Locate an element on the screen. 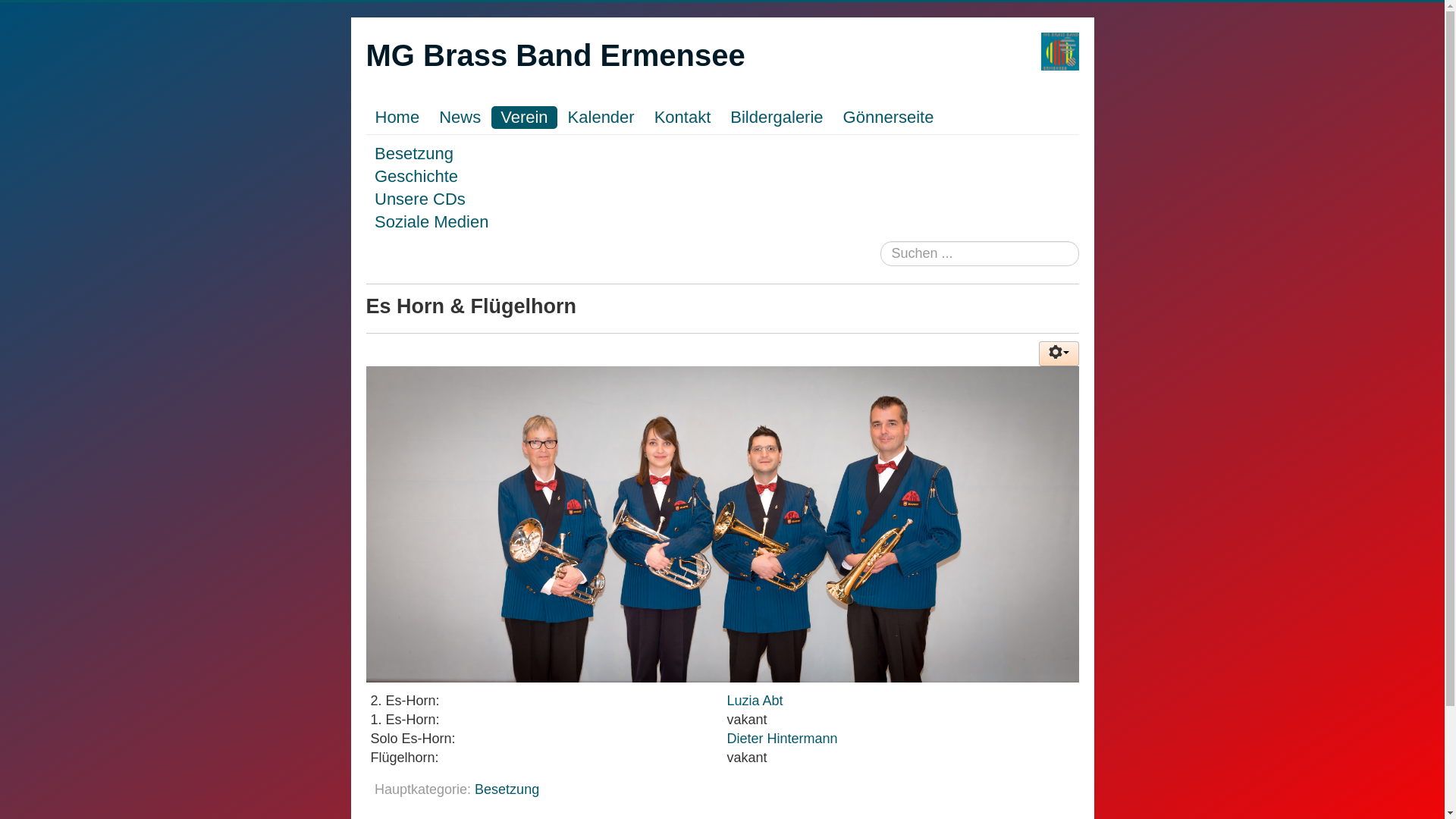 This screenshot has width=1456, height=819. 'News' is located at coordinates (459, 116).